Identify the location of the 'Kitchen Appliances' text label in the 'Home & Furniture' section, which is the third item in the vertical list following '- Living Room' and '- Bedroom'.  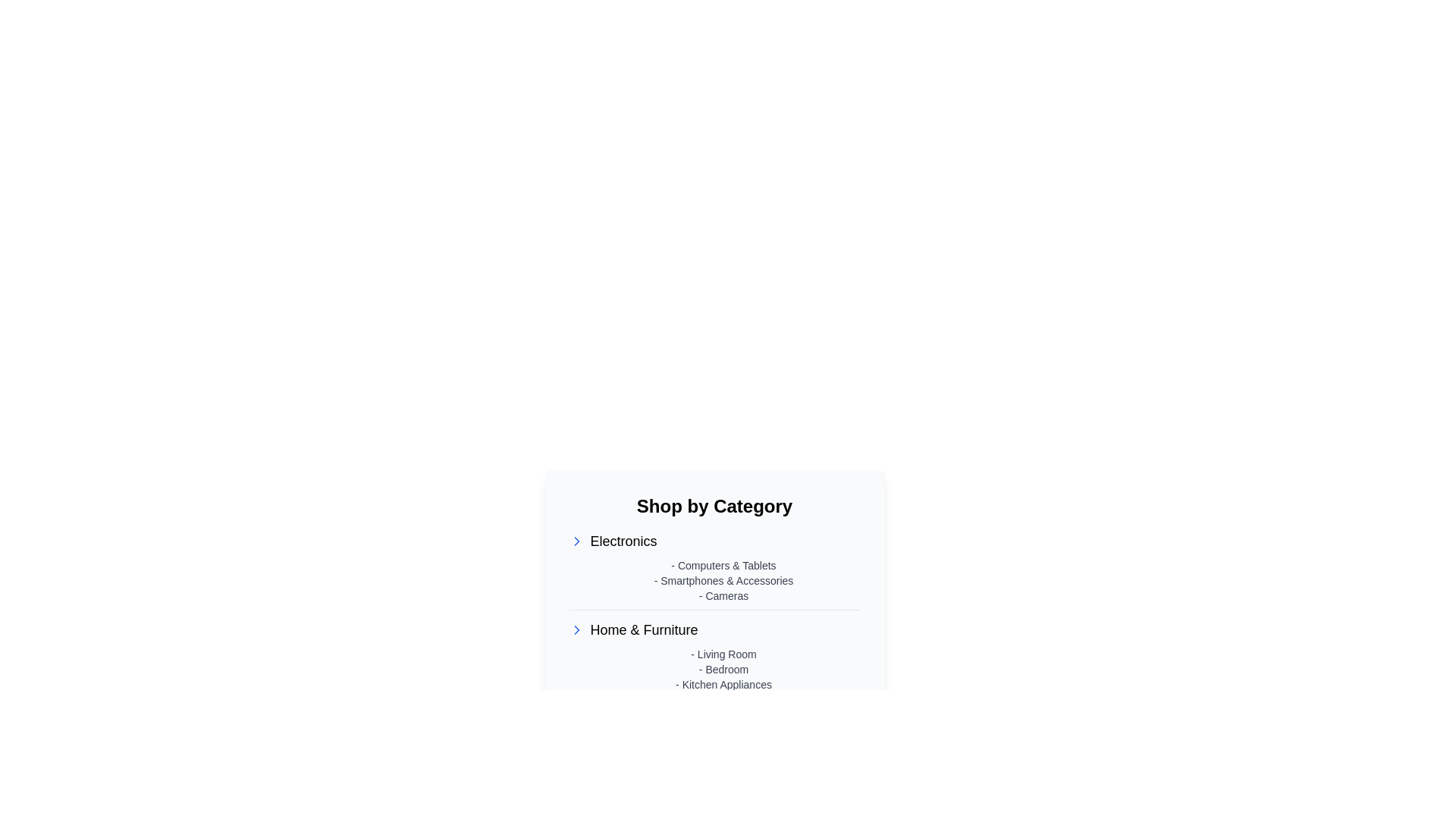
(723, 684).